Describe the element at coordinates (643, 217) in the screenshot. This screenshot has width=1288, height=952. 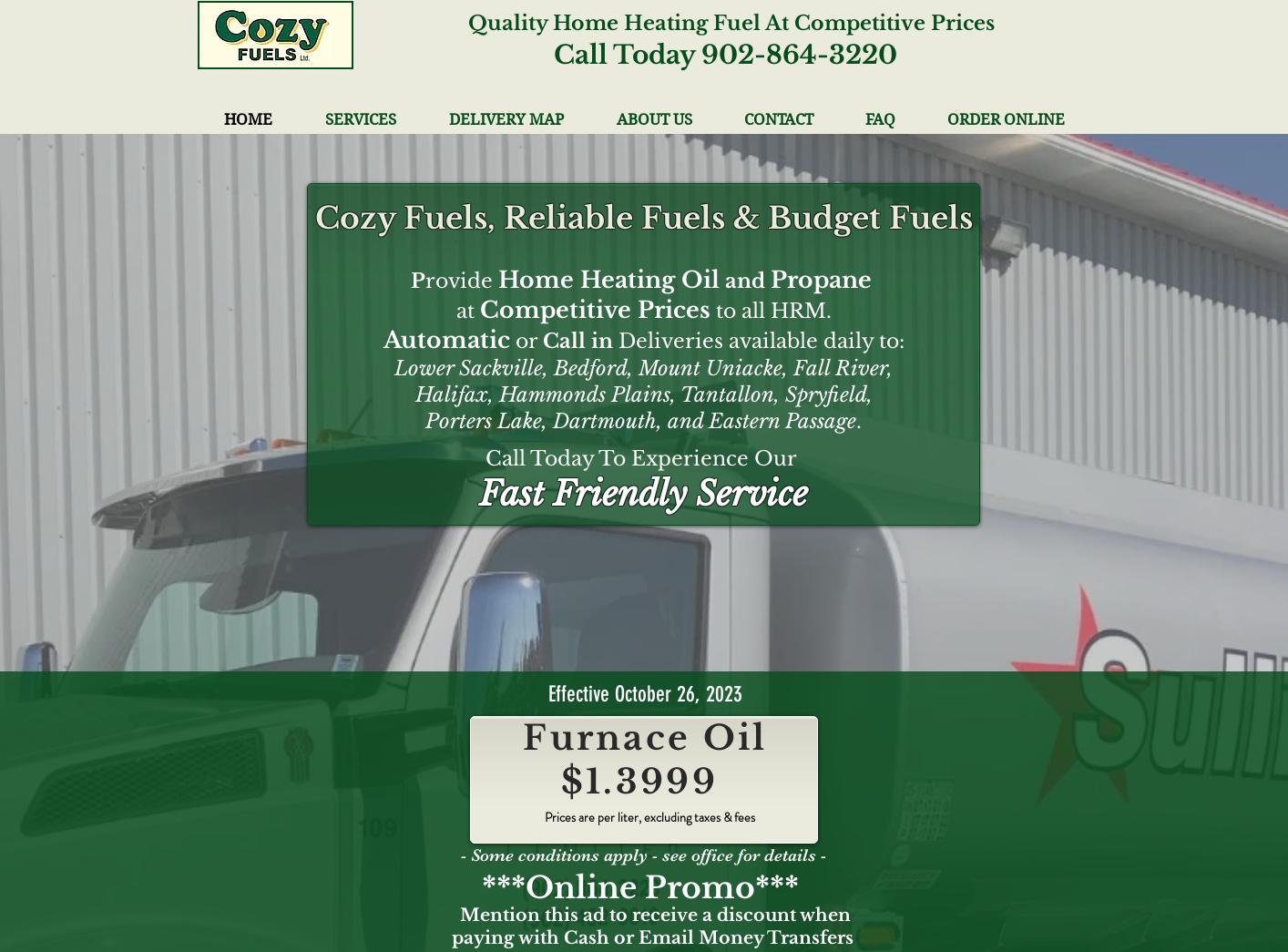
I see `'Cozy Fuels, Reliable Fuels & Budget Fuels'` at that location.